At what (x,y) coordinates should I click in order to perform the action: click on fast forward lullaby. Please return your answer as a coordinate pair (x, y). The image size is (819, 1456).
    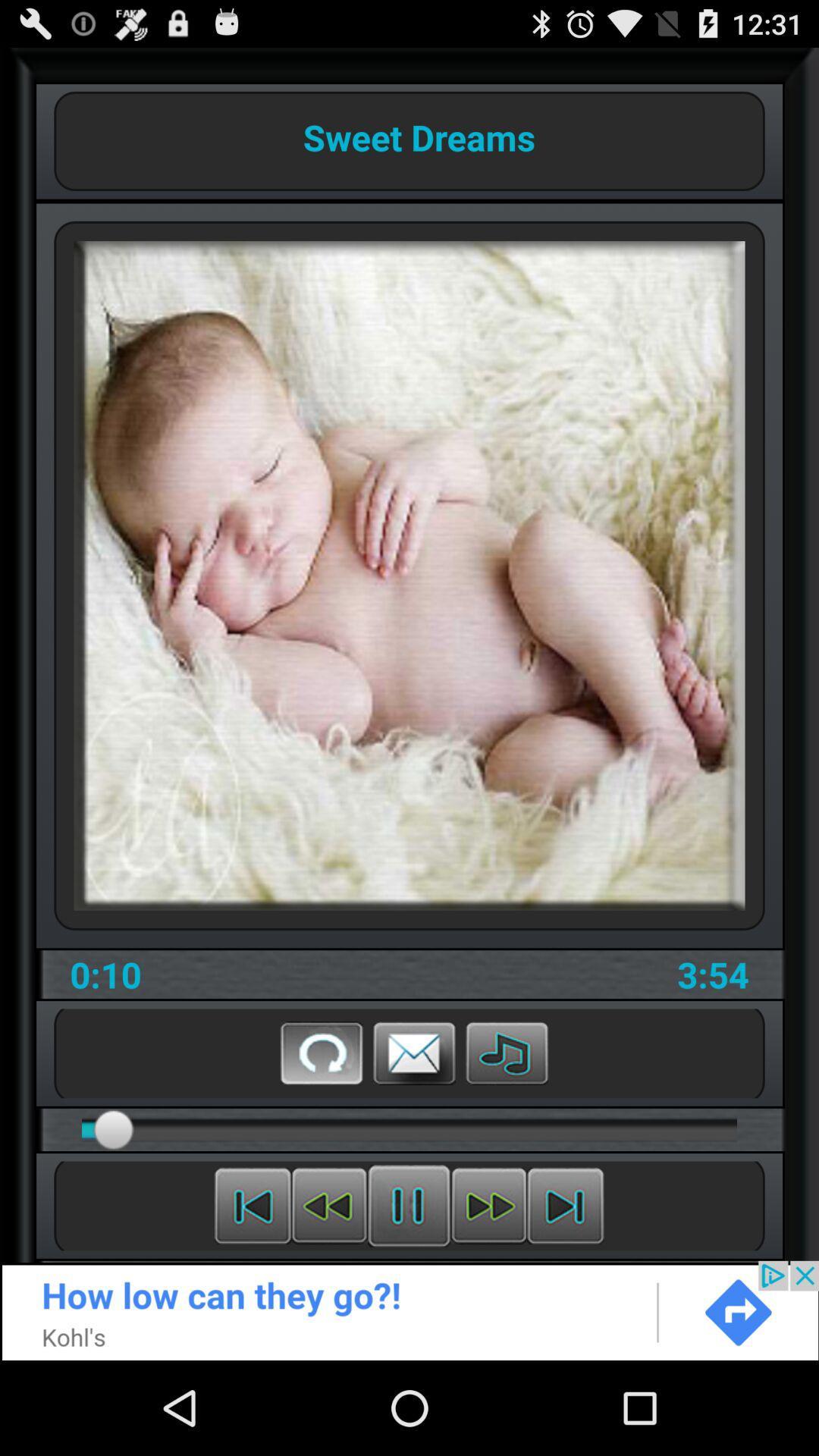
    Looking at the image, I should click on (488, 1205).